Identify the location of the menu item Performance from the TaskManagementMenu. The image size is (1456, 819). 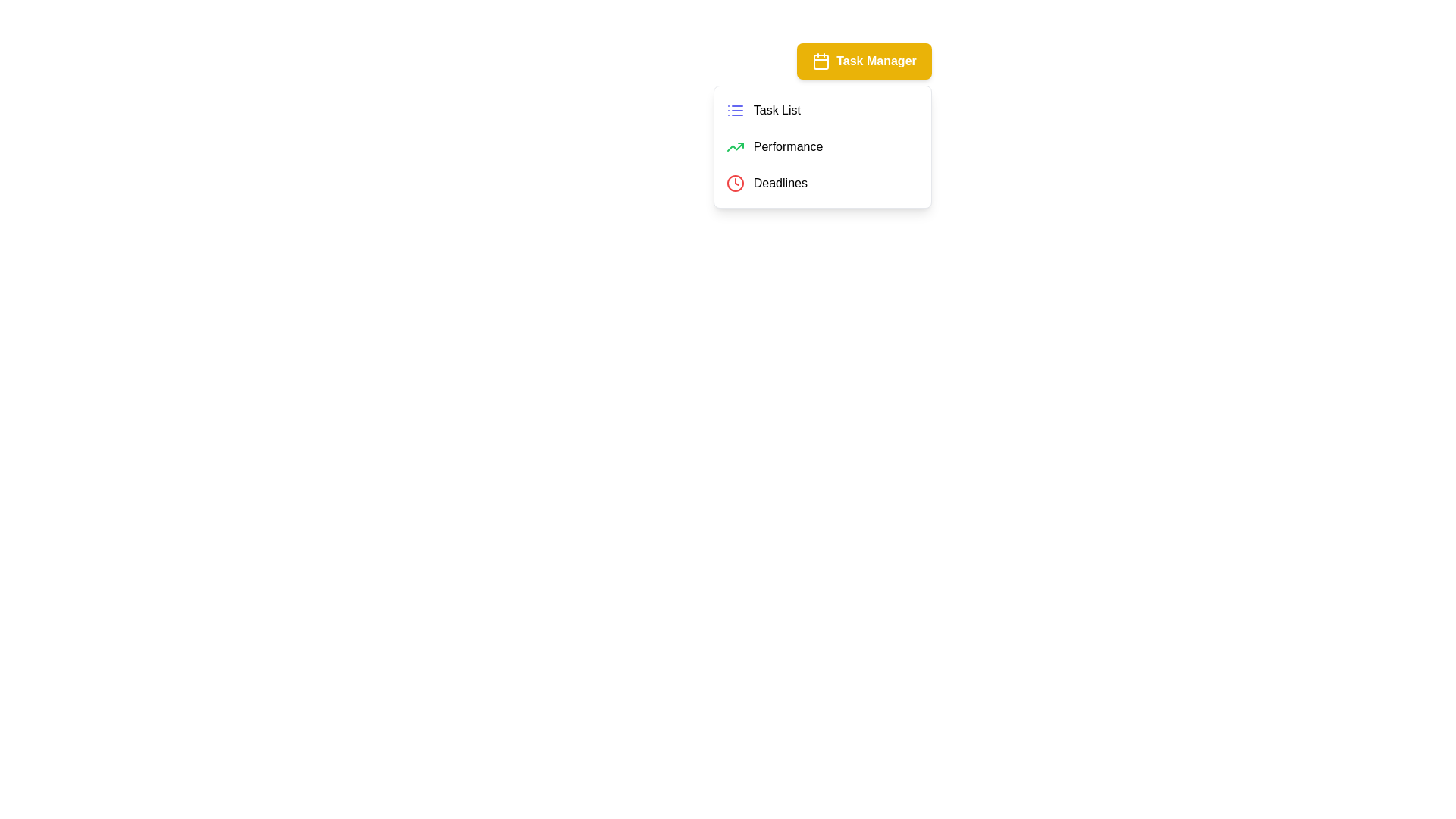
(821, 146).